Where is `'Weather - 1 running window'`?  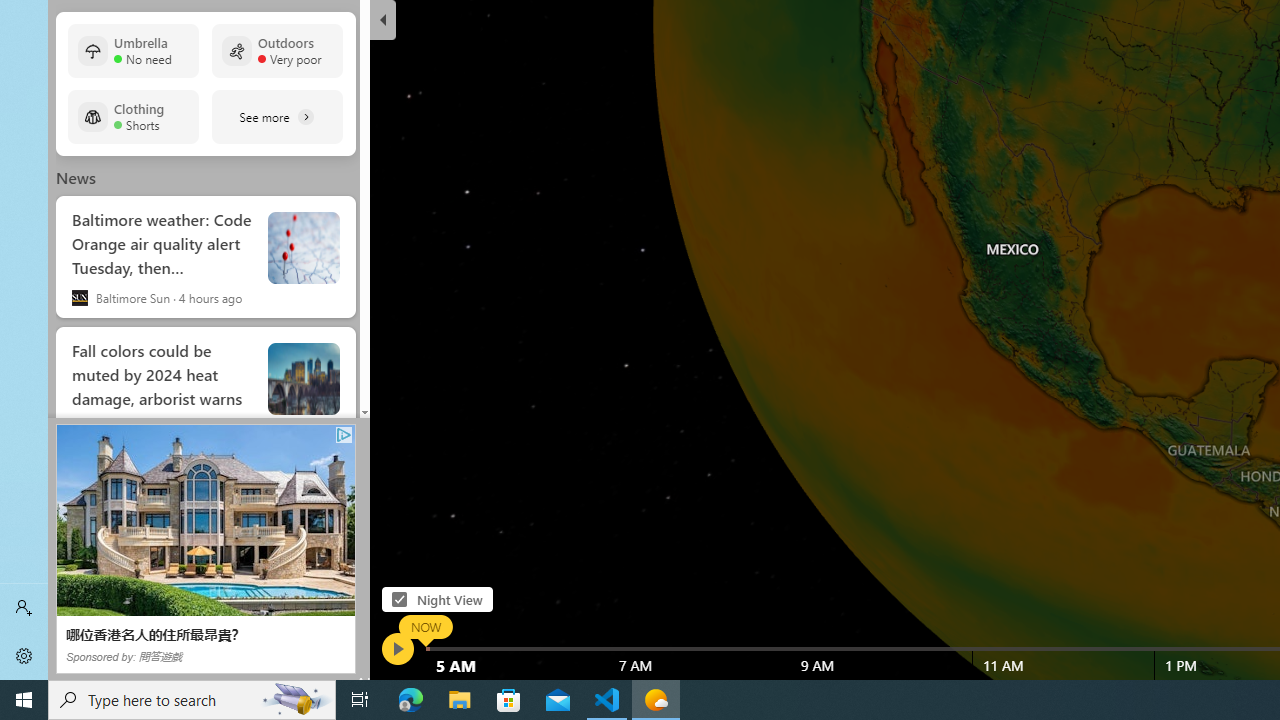
'Weather - 1 running window' is located at coordinates (656, 698).